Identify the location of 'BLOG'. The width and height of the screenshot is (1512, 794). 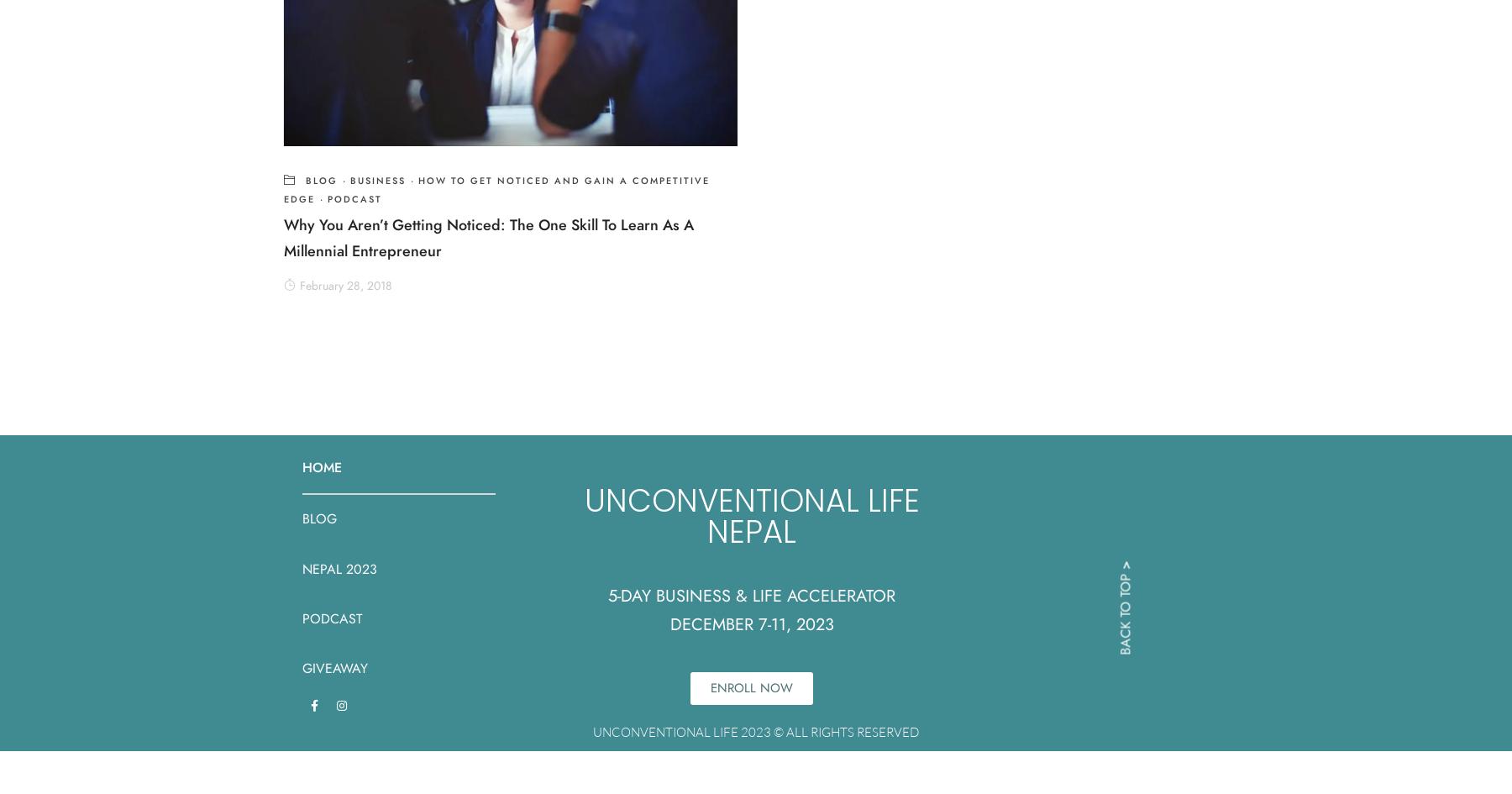
(319, 518).